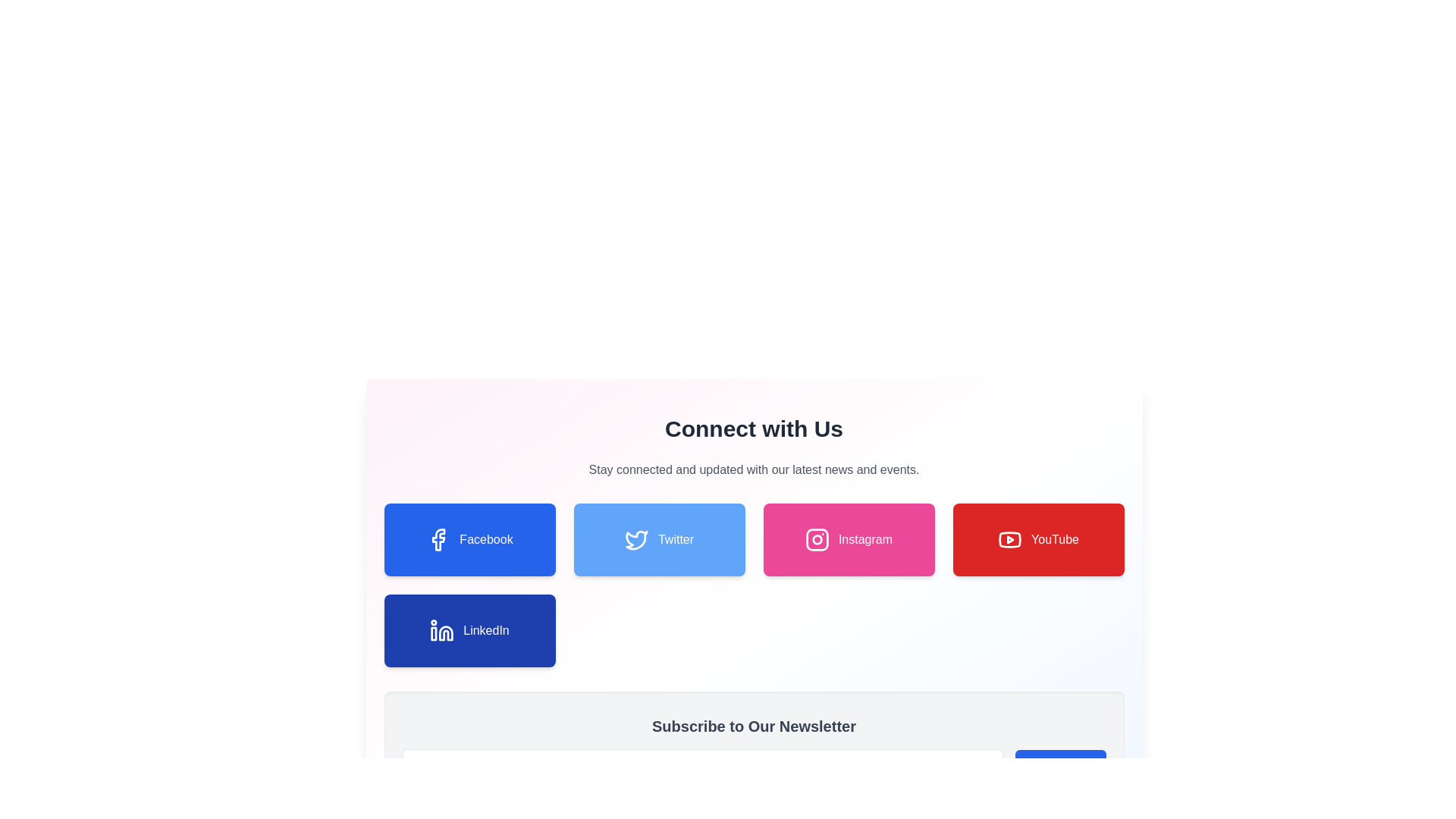  Describe the element at coordinates (1059, 768) in the screenshot. I see `the subscription button located to the right of the email input field` at that location.